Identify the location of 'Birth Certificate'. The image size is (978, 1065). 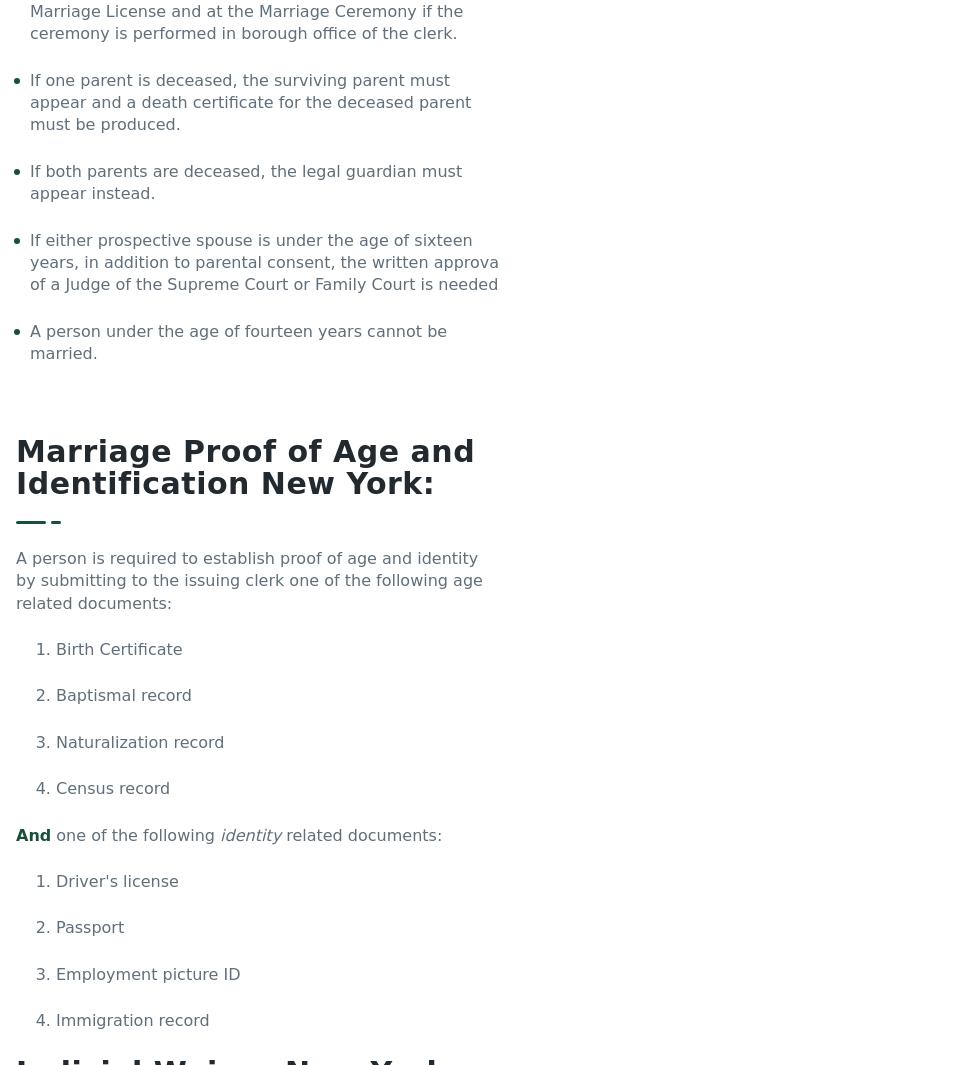
(119, 649).